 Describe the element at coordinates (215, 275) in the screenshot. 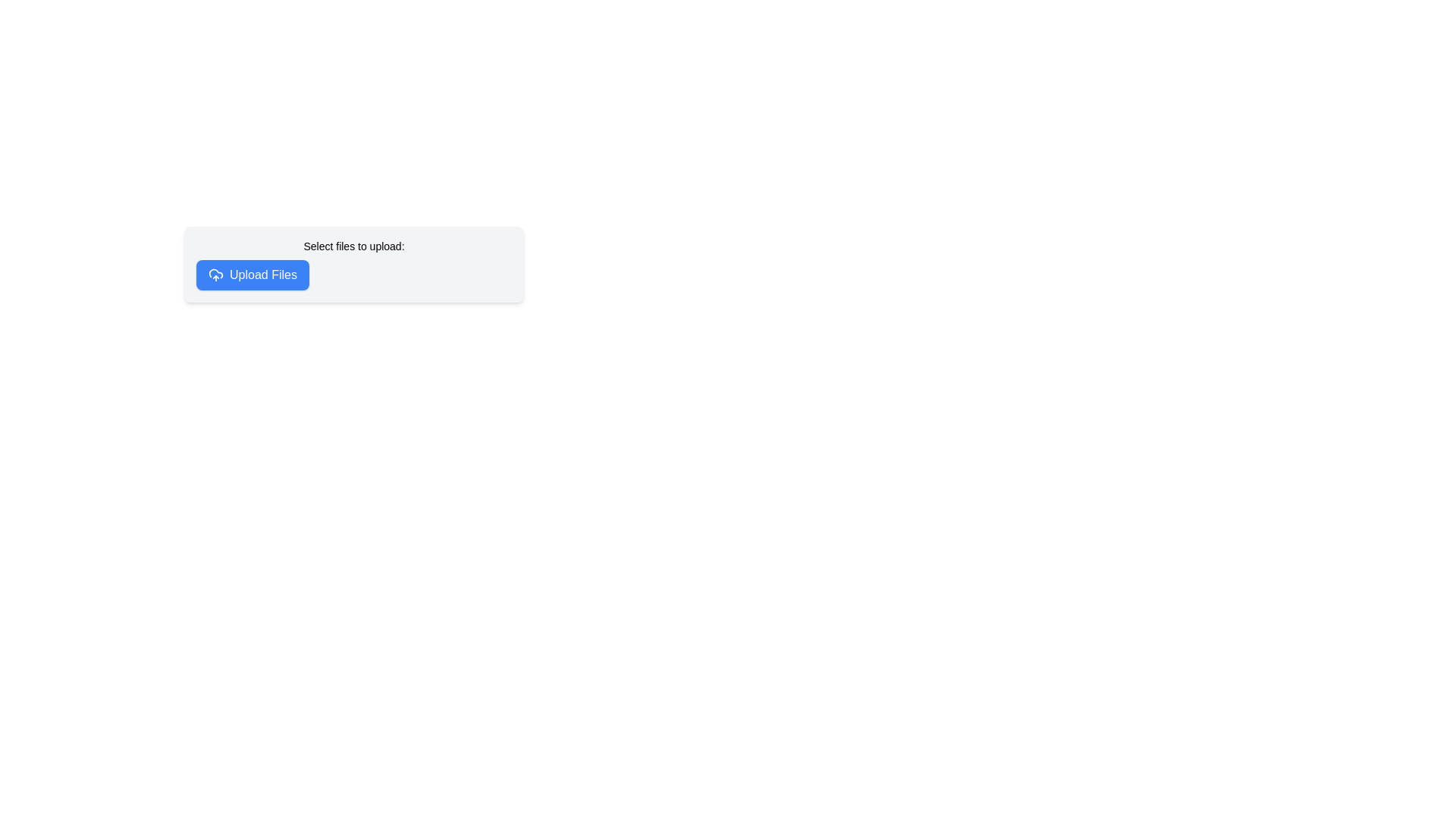

I see `the upload icon located near the left edge of the blue button labeled 'Upload Files', specifically towards its center-left section` at that location.